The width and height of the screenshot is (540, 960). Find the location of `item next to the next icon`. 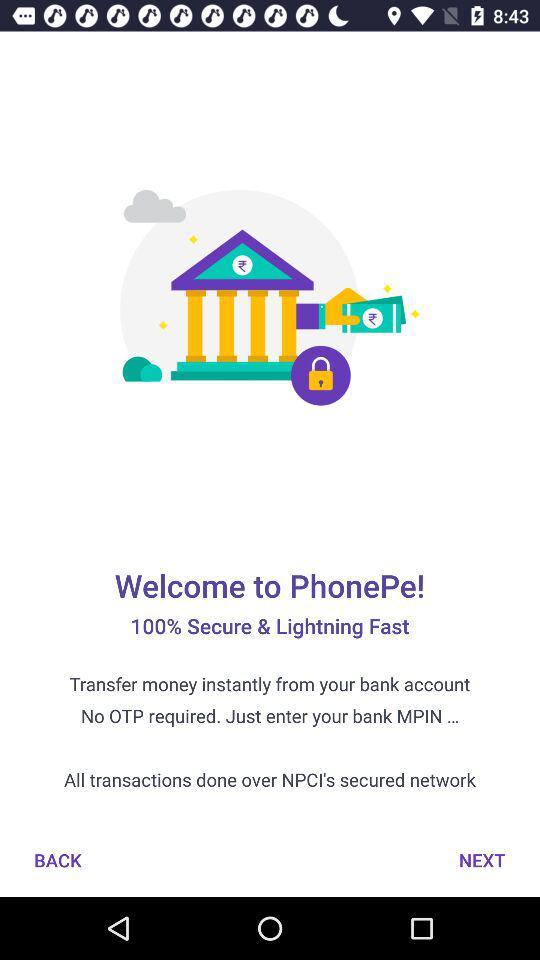

item next to the next icon is located at coordinates (57, 859).